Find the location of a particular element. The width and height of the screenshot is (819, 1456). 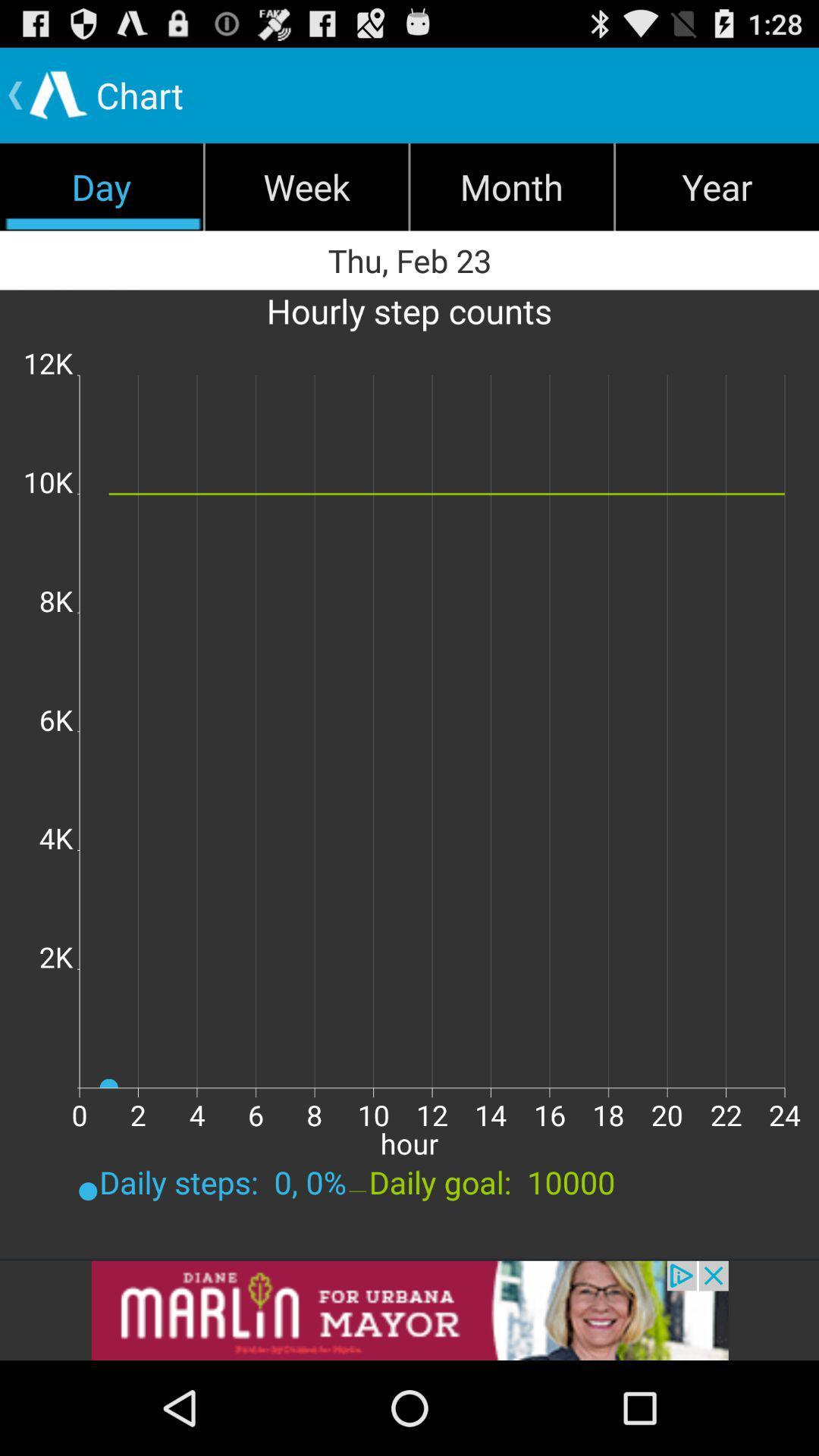

paid advertisement is located at coordinates (409, 1310).